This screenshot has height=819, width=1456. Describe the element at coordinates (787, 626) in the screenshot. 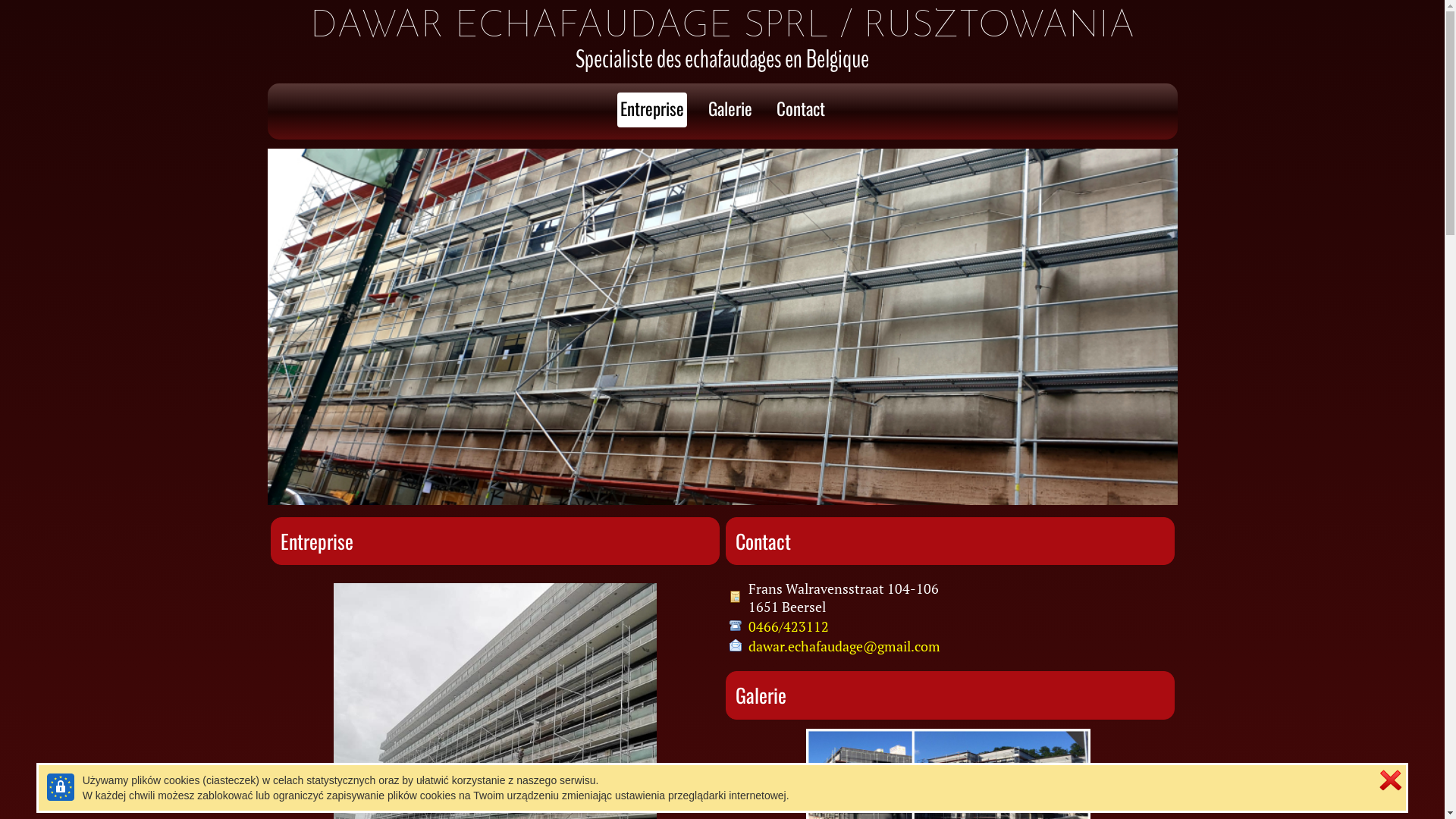

I see `'0466/423112'` at that location.